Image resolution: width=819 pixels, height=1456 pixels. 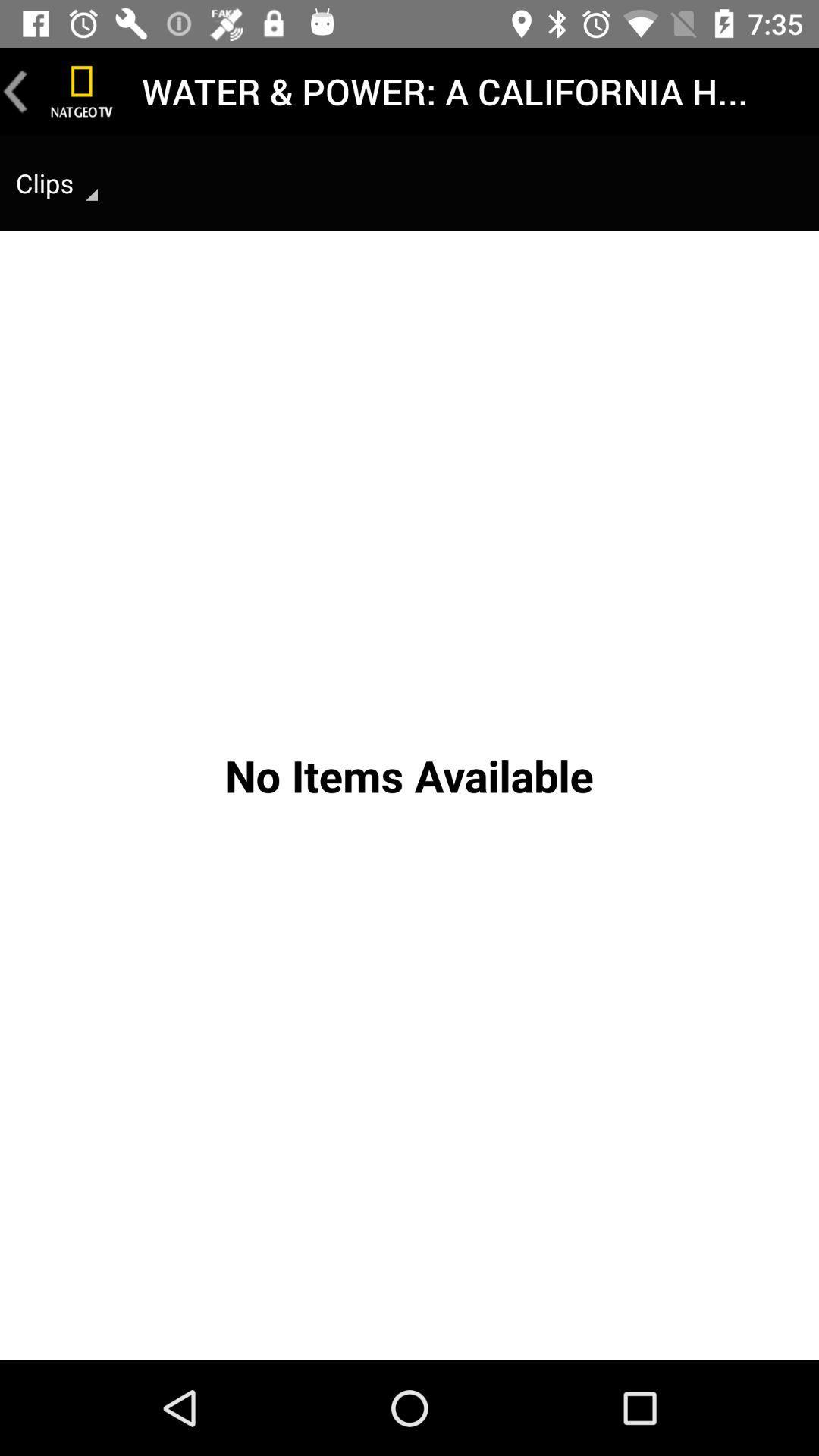 What do you see at coordinates (82, 90) in the screenshot?
I see `natgeotv` at bounding box center [82, 90].